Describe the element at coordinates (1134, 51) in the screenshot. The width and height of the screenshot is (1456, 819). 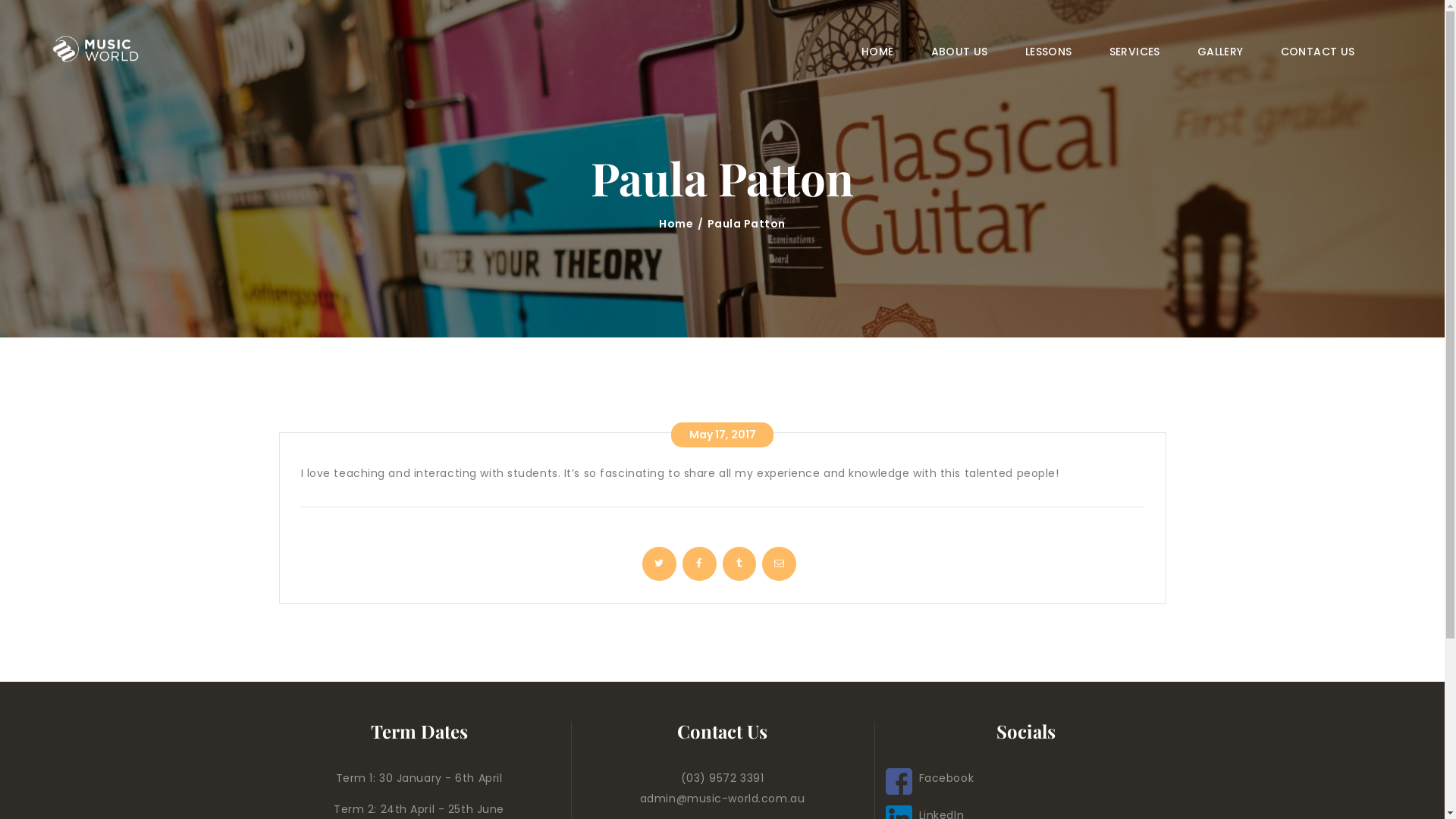
I see `'SERVICES'` at that location.